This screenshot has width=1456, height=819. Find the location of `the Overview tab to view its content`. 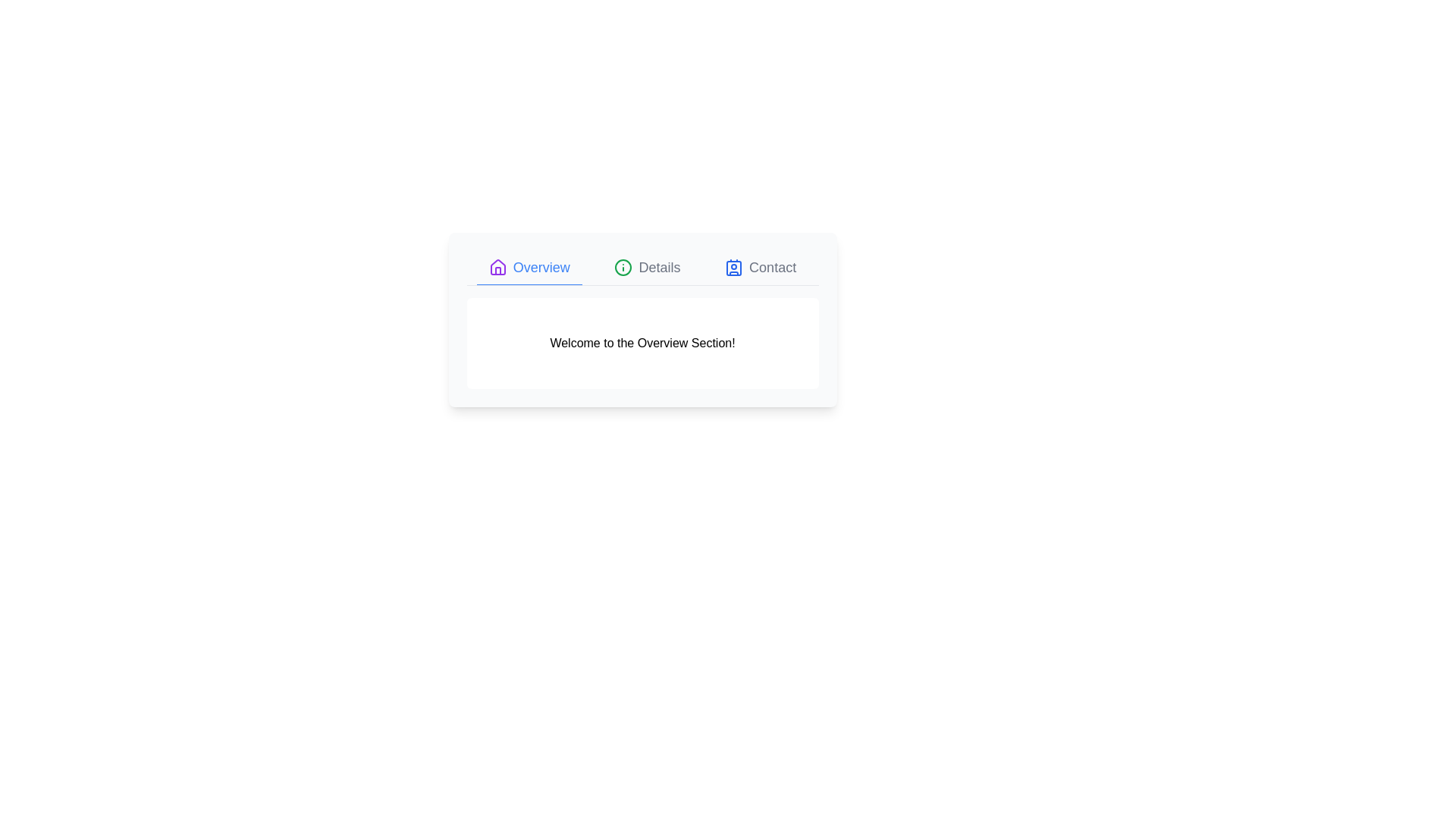

the Overview tab to view its content is located at coordinates (529, 267).